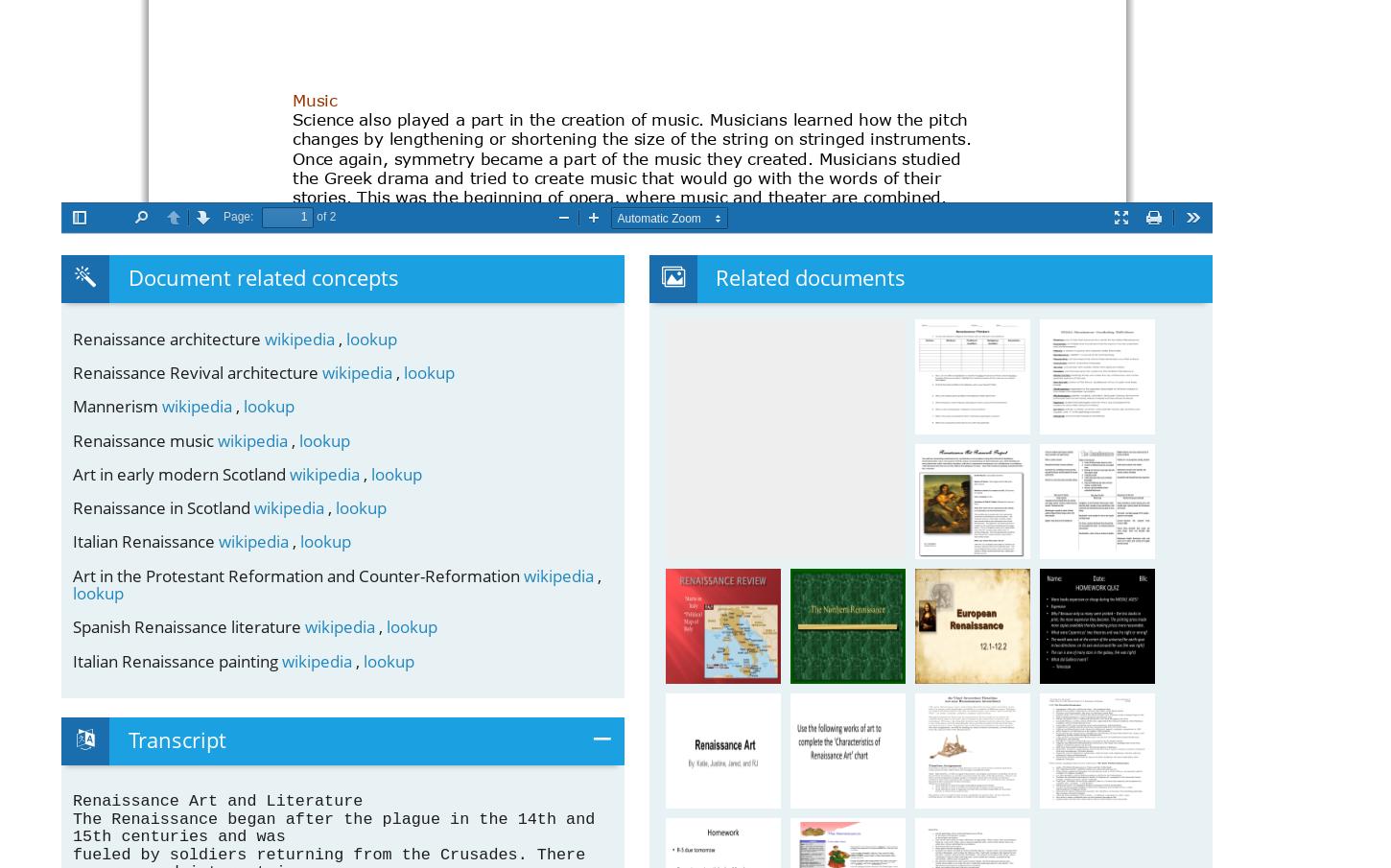 This screenshot has width=1391, height=868. Describe the element at coordinates (735, 727) in the screenshot. I see `'Renaissance Art'` at that location.